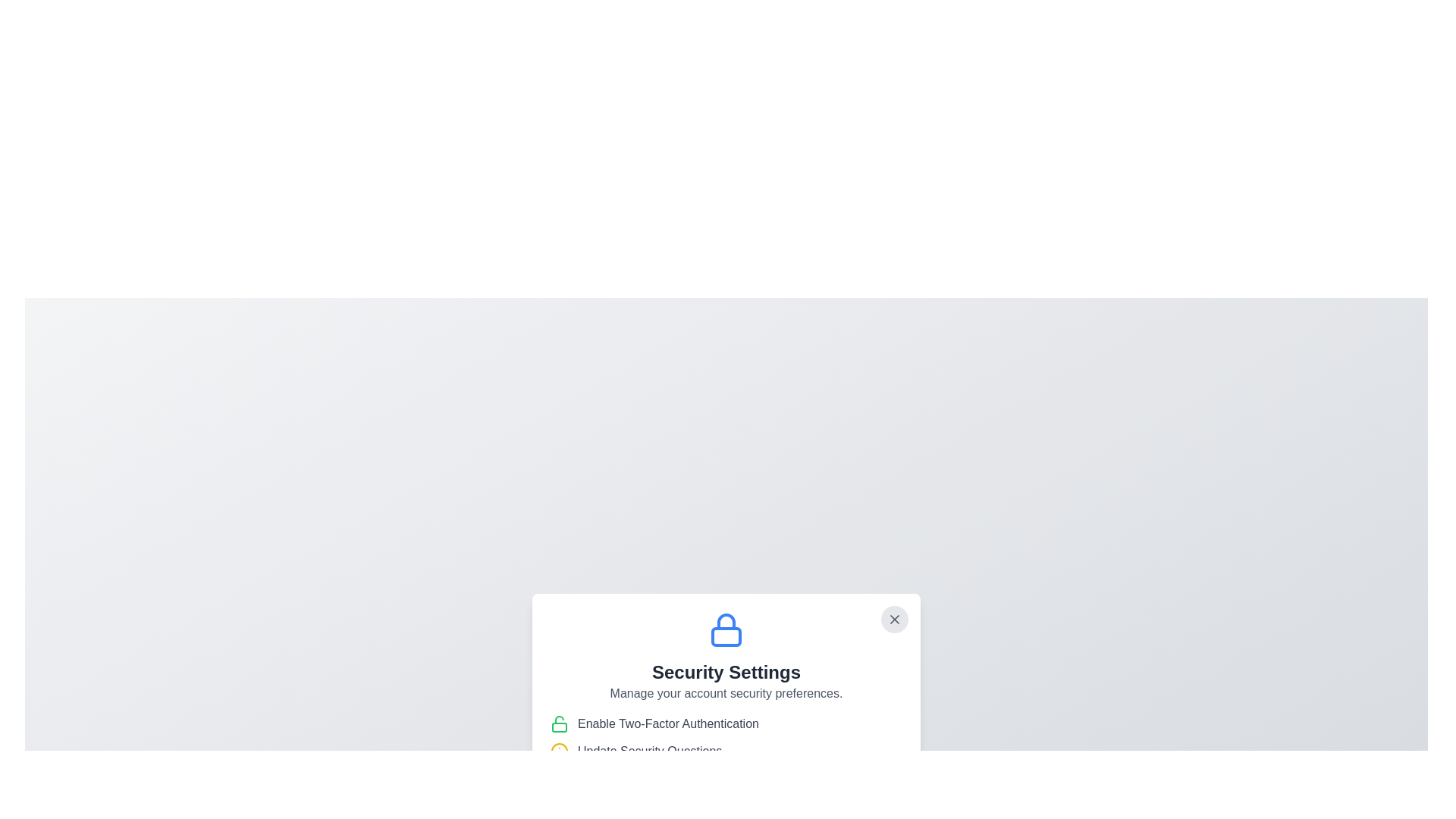  What do you see at coordinates (650, 752) in the screenshot?
I see `label displaying 'Update Security Questions' which is styled in gray color and is located below its sibling icon in a modal interface` at bounding box center [650, 752].